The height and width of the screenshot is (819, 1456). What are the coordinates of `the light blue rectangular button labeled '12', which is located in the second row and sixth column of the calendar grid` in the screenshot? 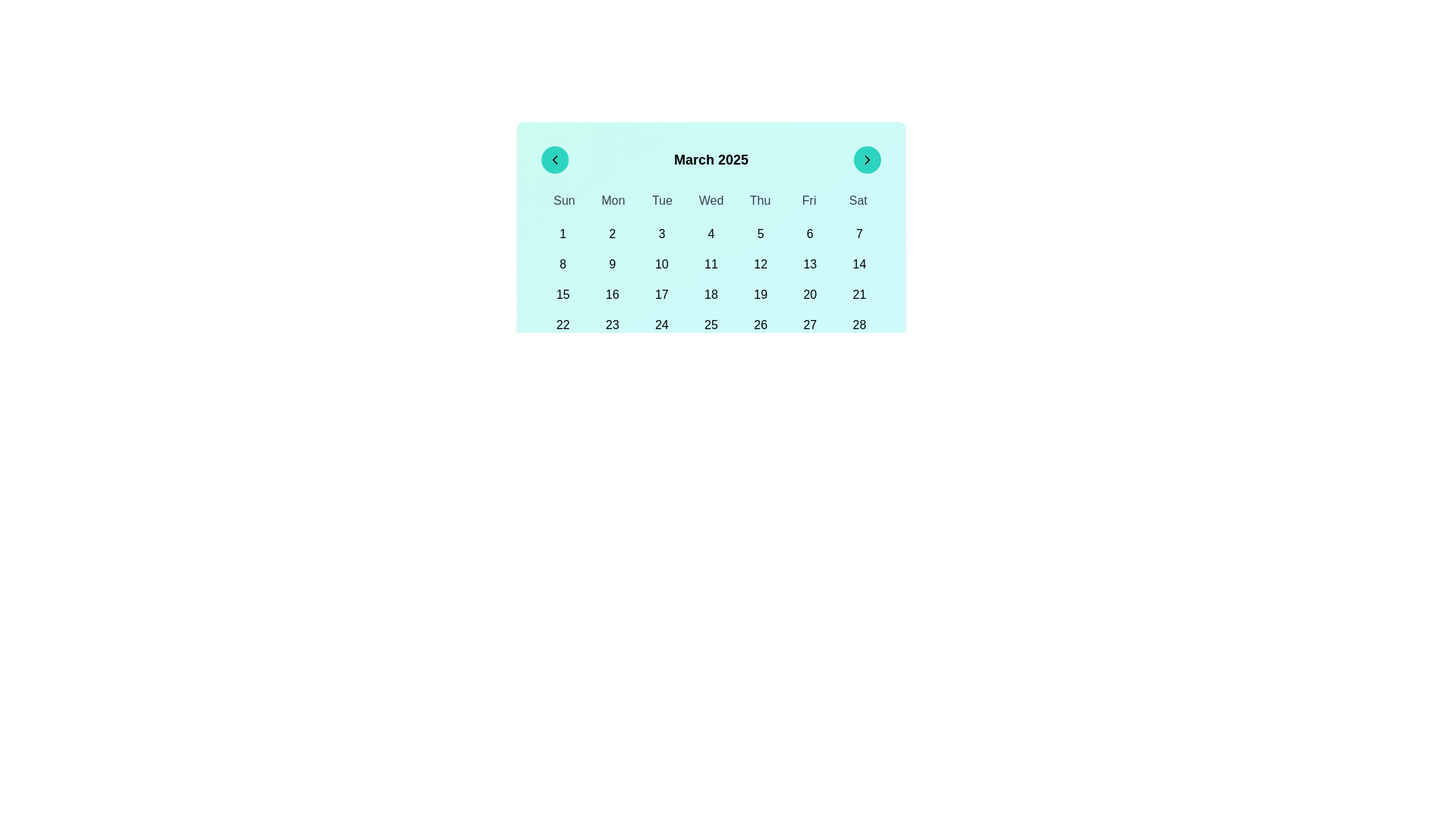 It's located at (761, 263).